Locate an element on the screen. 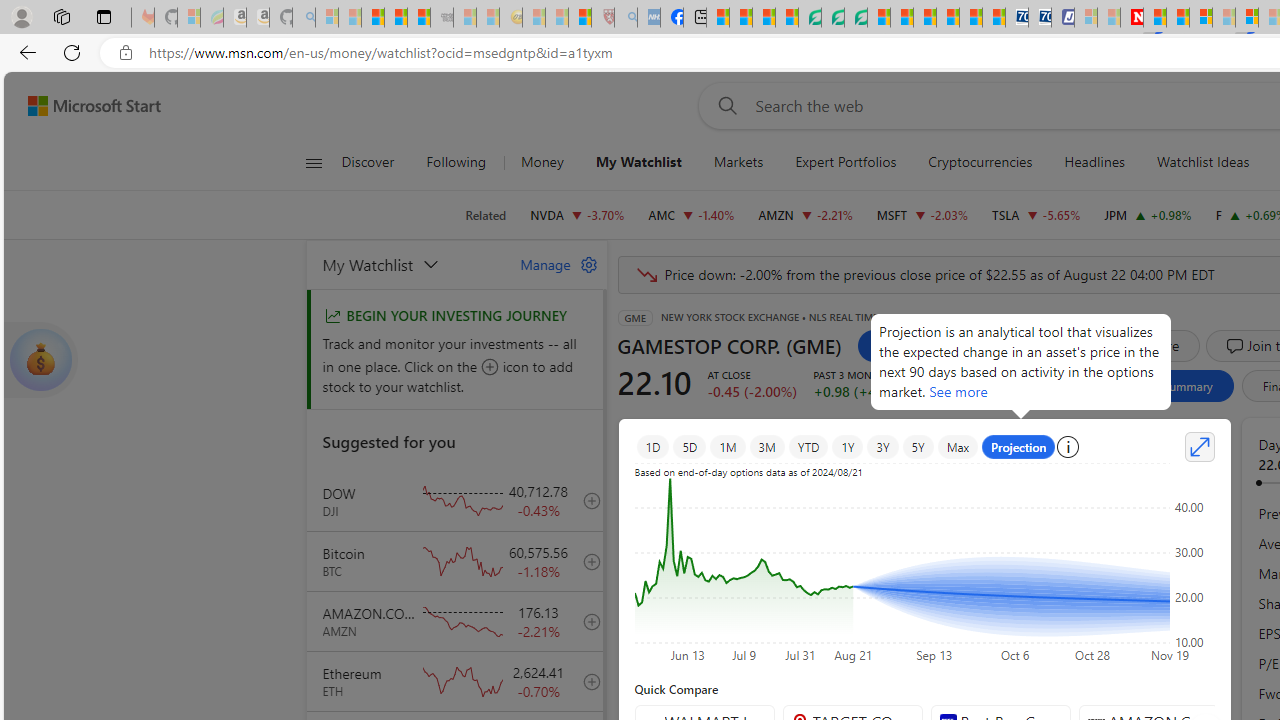 This screenshot has width=1280, height=720. 'Microsoft account | Privacy - Sleeping' is located at coordinates (1085, 17).